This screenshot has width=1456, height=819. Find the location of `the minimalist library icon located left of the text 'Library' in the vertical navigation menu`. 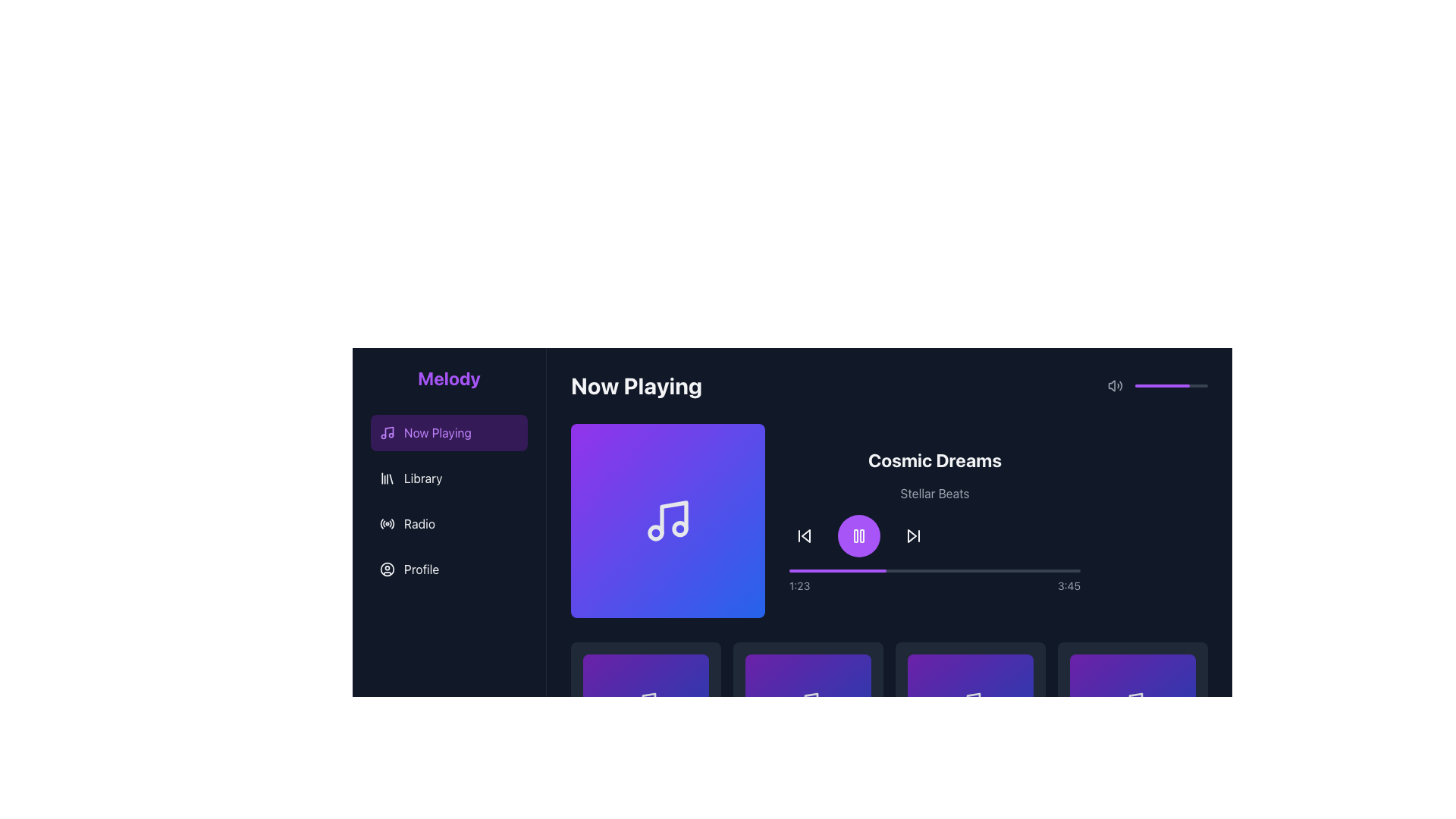

the minimalist library icon located left of the text 'Library' in the vertical navigation menu is located at coordinates (387, 479).